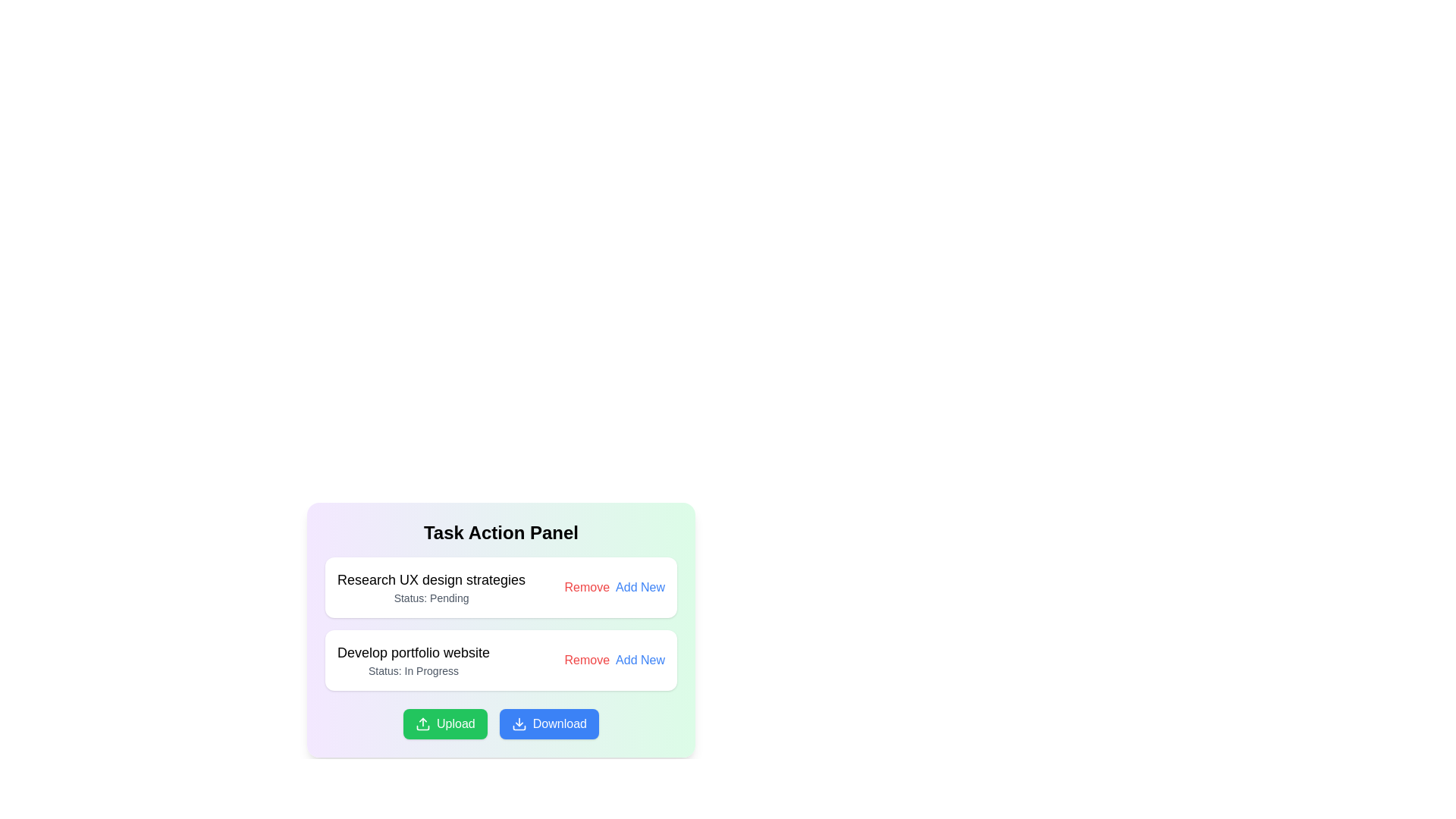 The image size is (1456, 819). Describe the element at coordinates (586, 587) in the screenshot. I see `the remove task button located on the right side of the first task box in the 'Task Action Panel'` at that location.